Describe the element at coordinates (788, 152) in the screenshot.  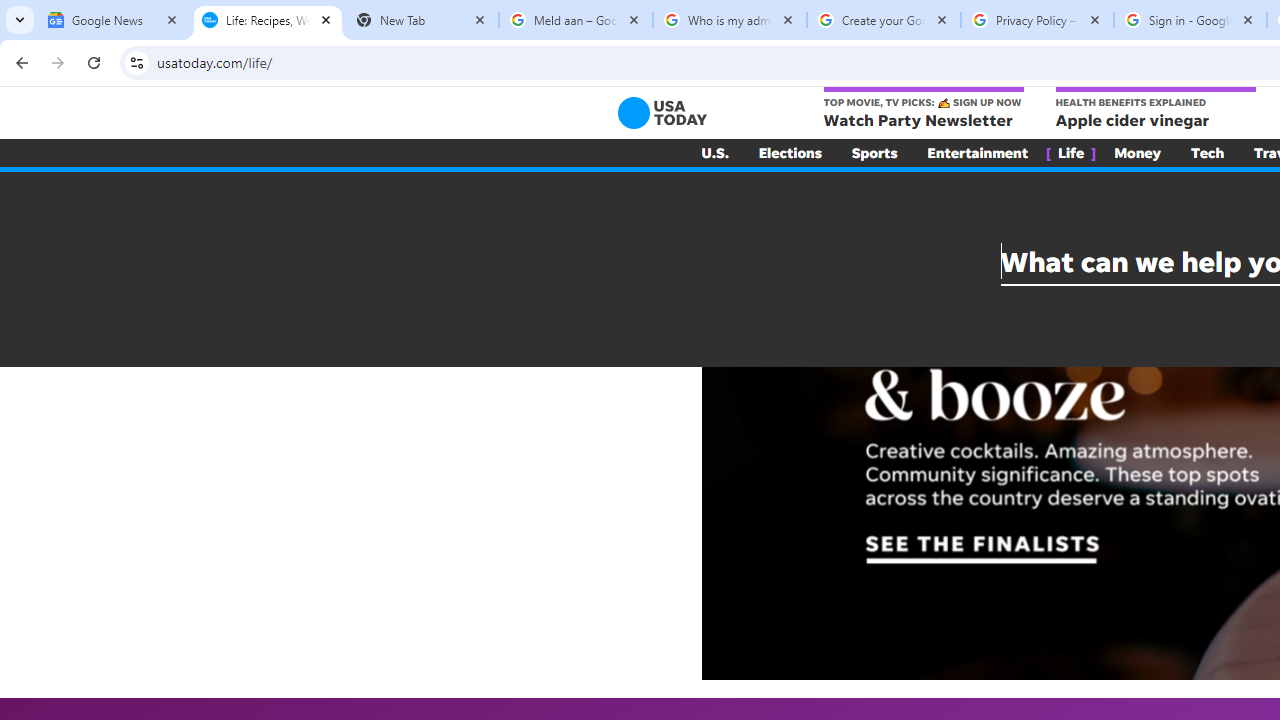
I see `'Elections'` at that location.